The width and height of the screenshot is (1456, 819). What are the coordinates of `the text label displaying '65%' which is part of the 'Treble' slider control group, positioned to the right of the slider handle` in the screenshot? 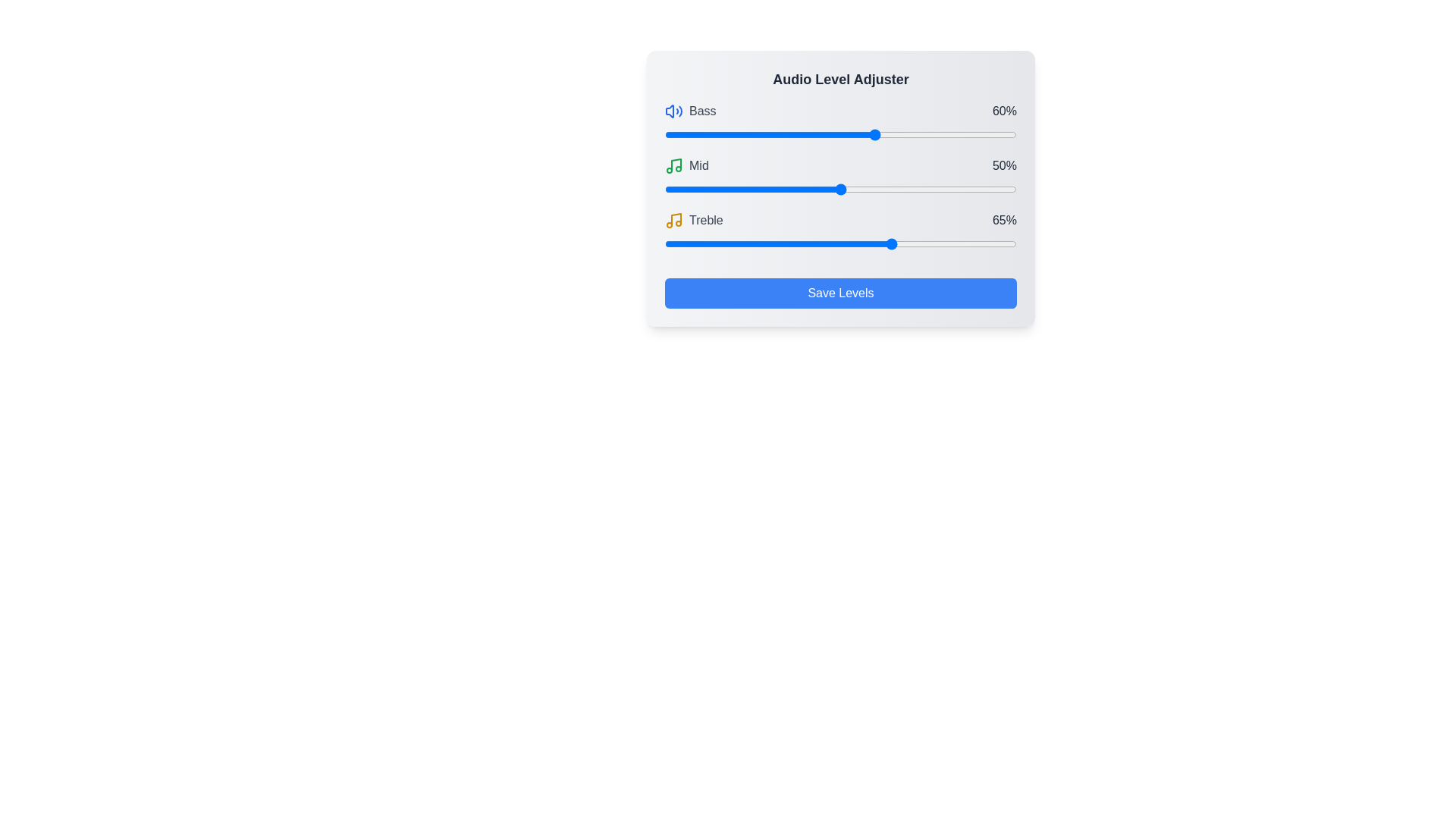 It's located at (1004, 220).